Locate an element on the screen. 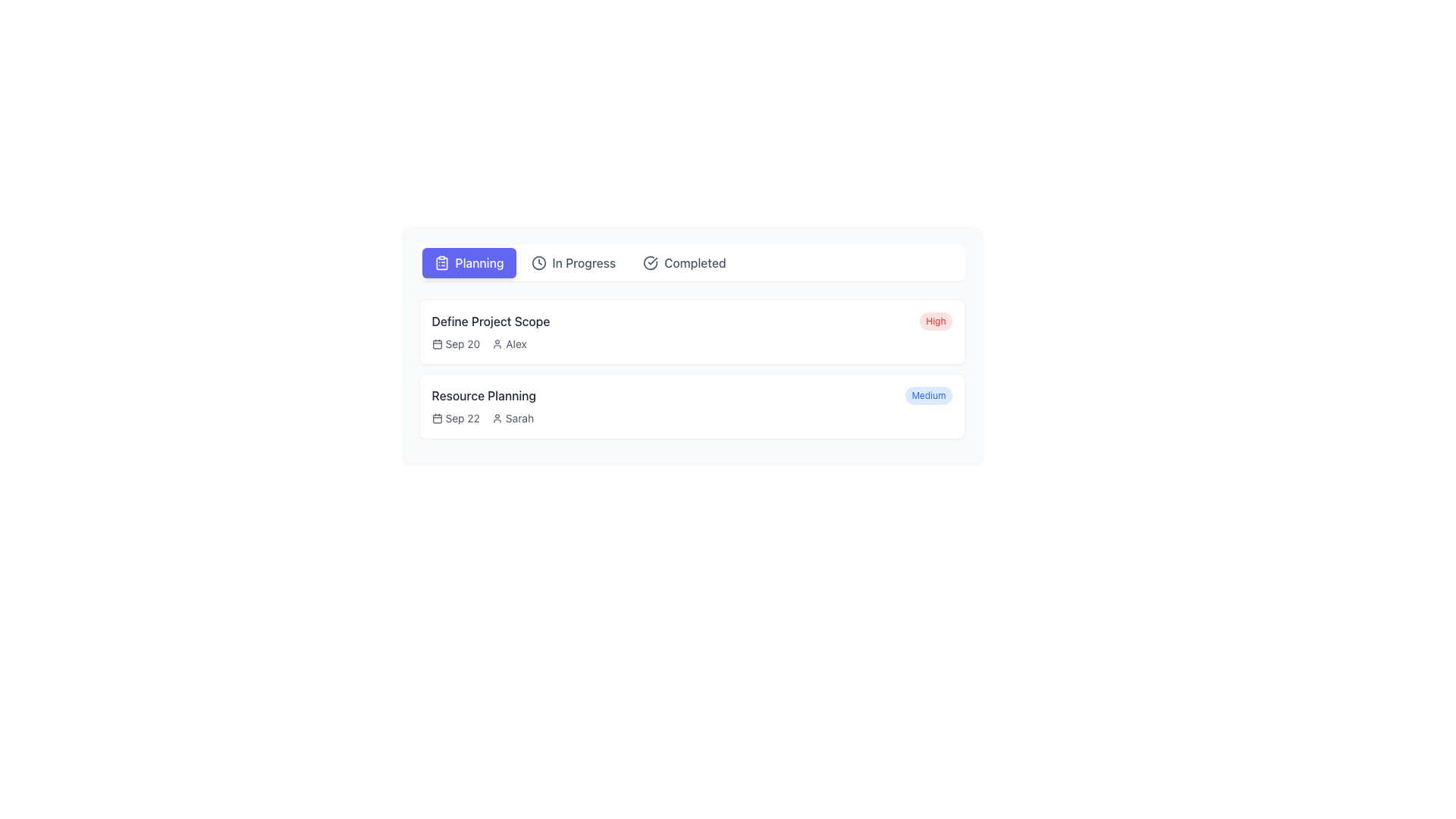  the static text label that identifies the name of a person associated with the task or event, located to the right of the user icon and beneath the text 'Sep 22' in the 'Planning' section is located at coordinates (519, 418).